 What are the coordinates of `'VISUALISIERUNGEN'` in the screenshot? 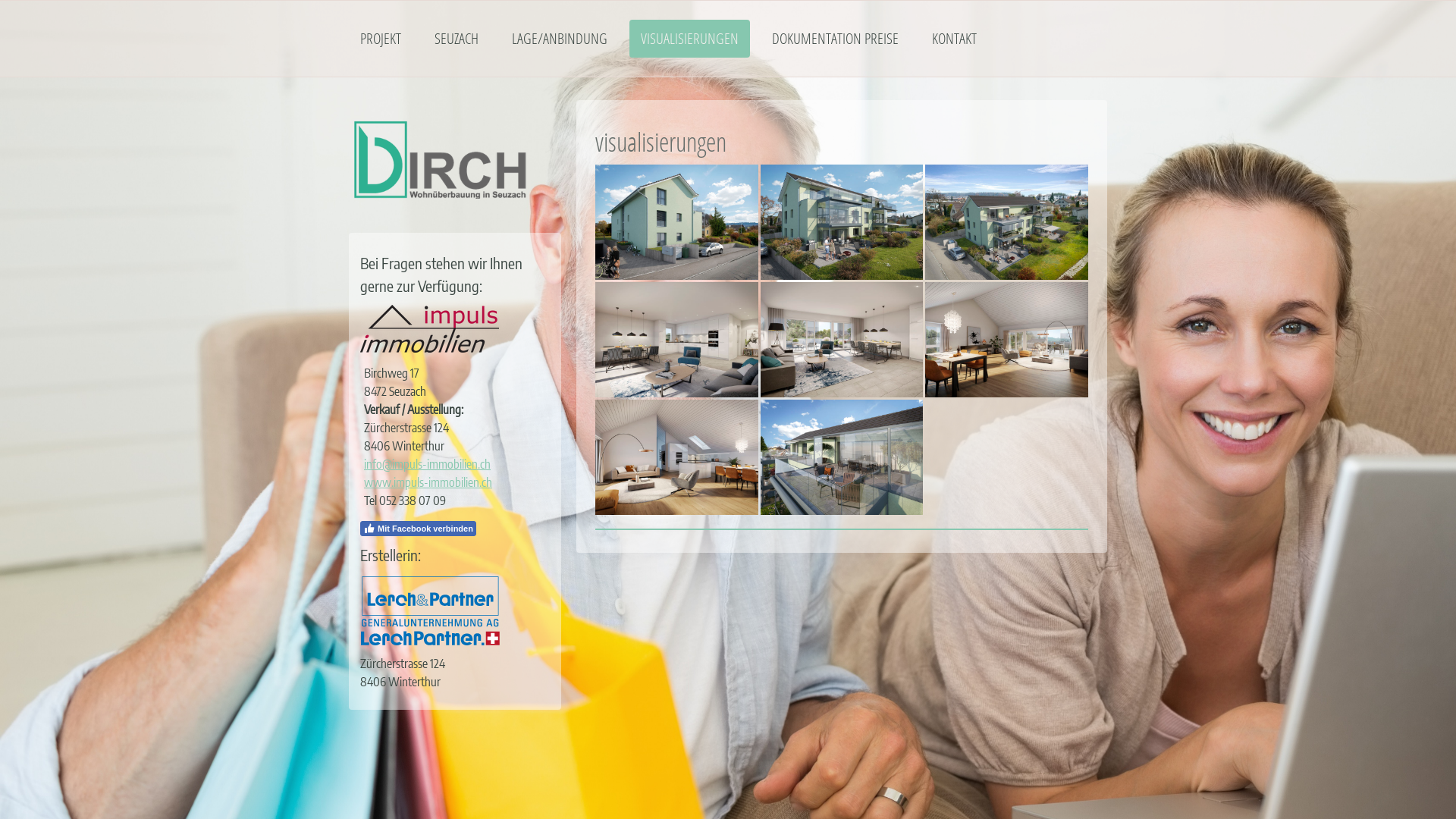 It's located at (689, 37).